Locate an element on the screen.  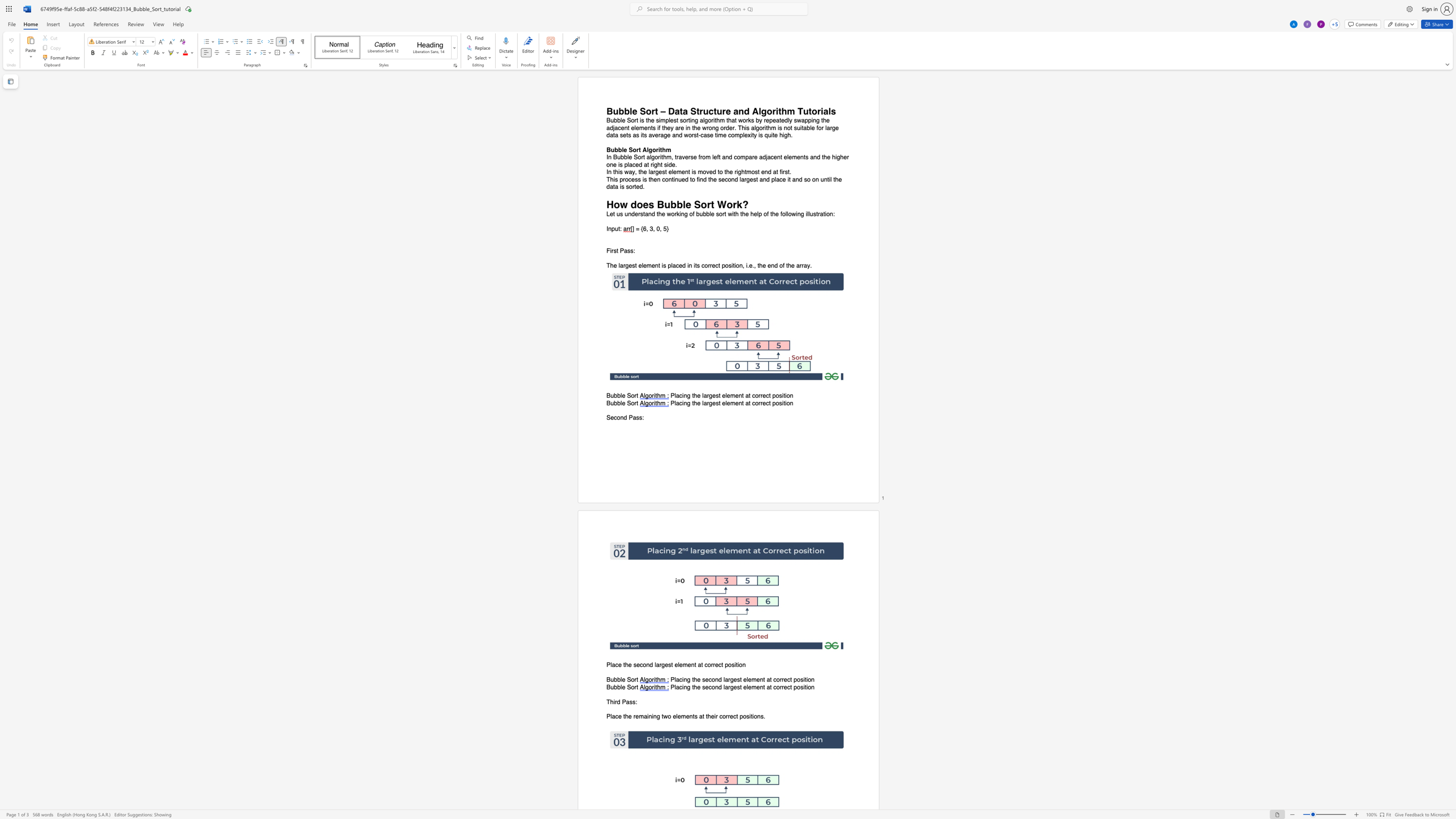
the 1th character "l" in the text is located at coordinates (621, 680).